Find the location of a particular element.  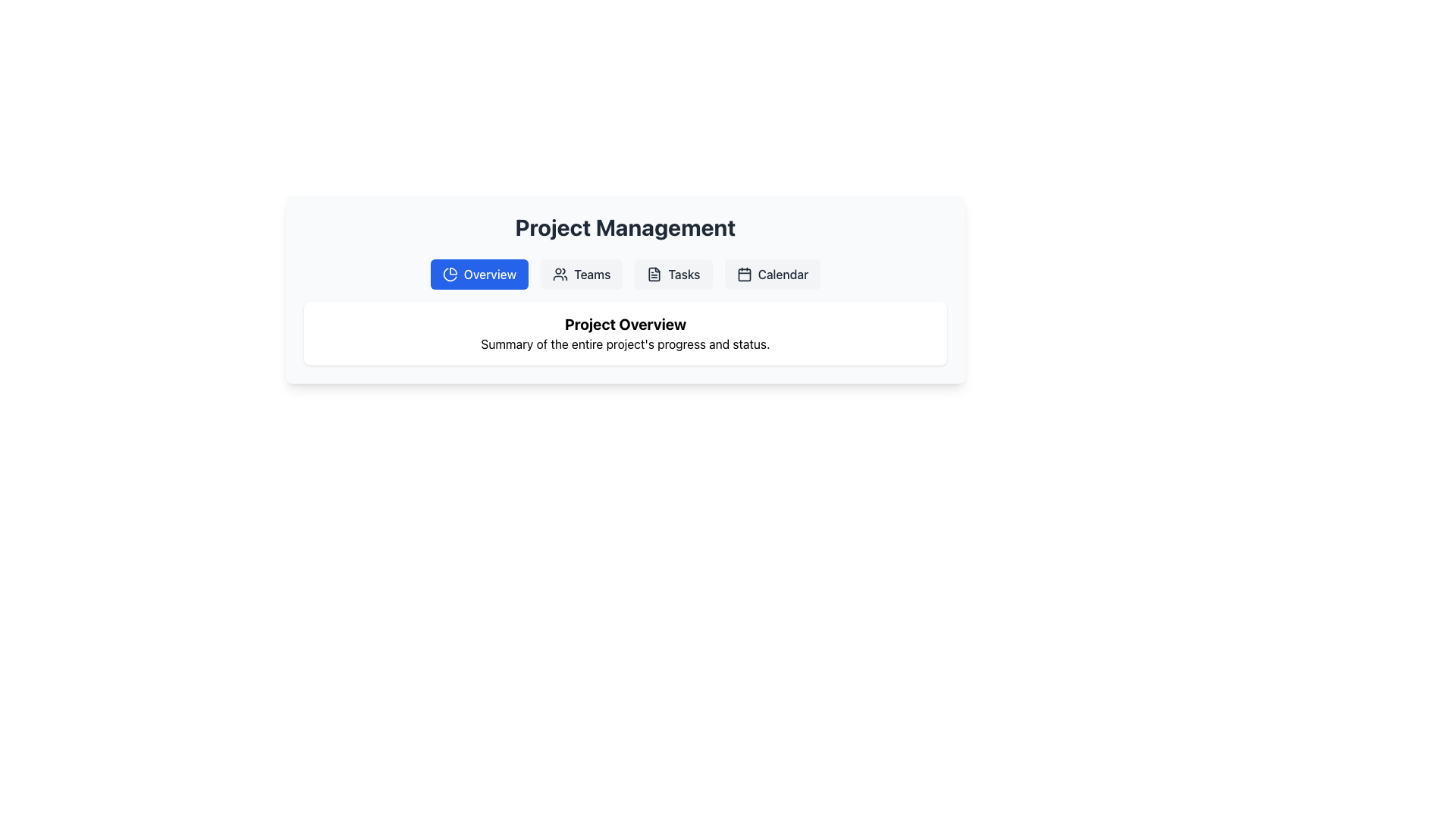

the 'Teams' button, which is the second button in the navigation menu with a gray background and black text is located at coordinates (581, 275).